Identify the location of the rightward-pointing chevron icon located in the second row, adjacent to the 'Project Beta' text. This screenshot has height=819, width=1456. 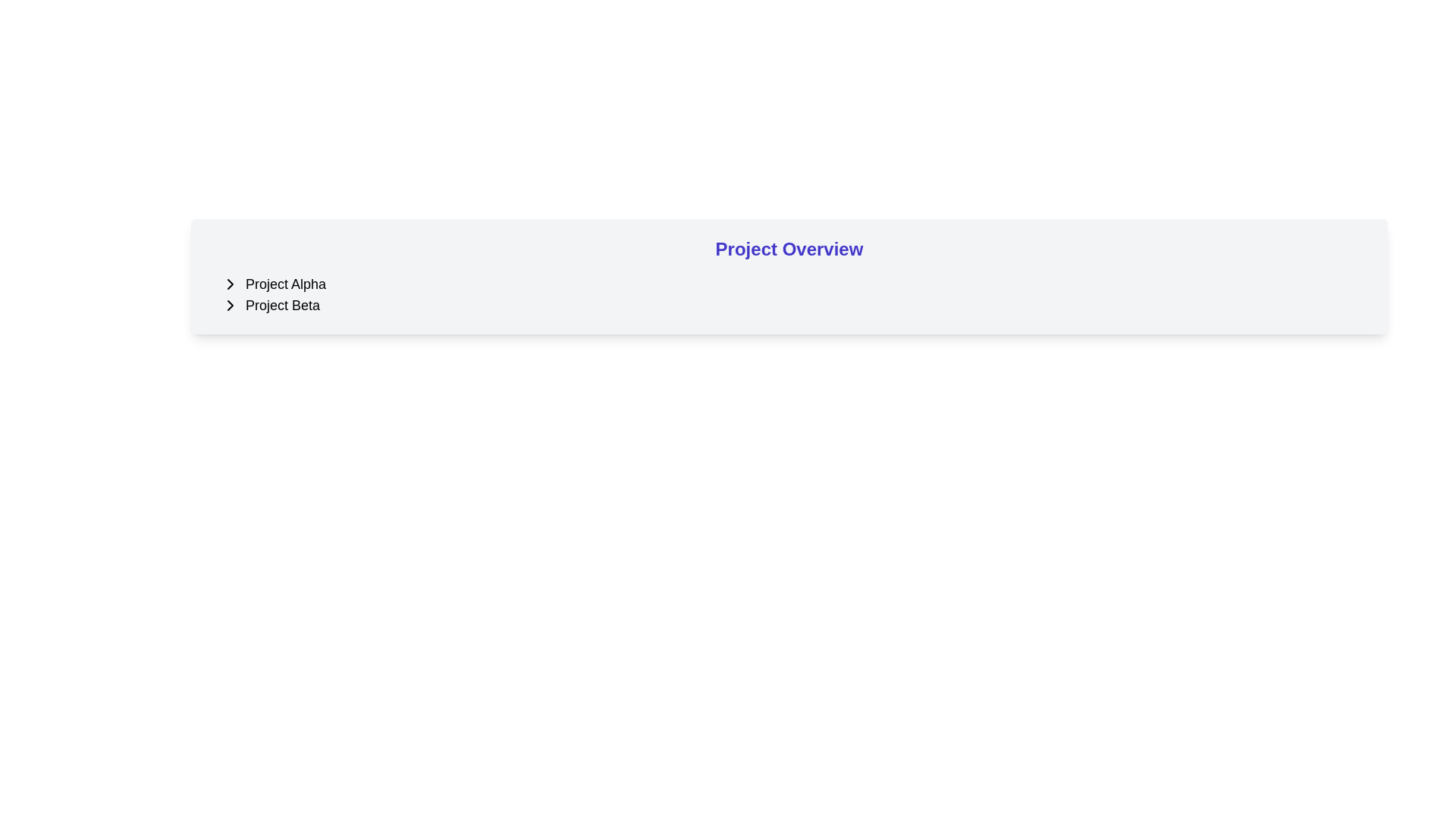
(229, 305).